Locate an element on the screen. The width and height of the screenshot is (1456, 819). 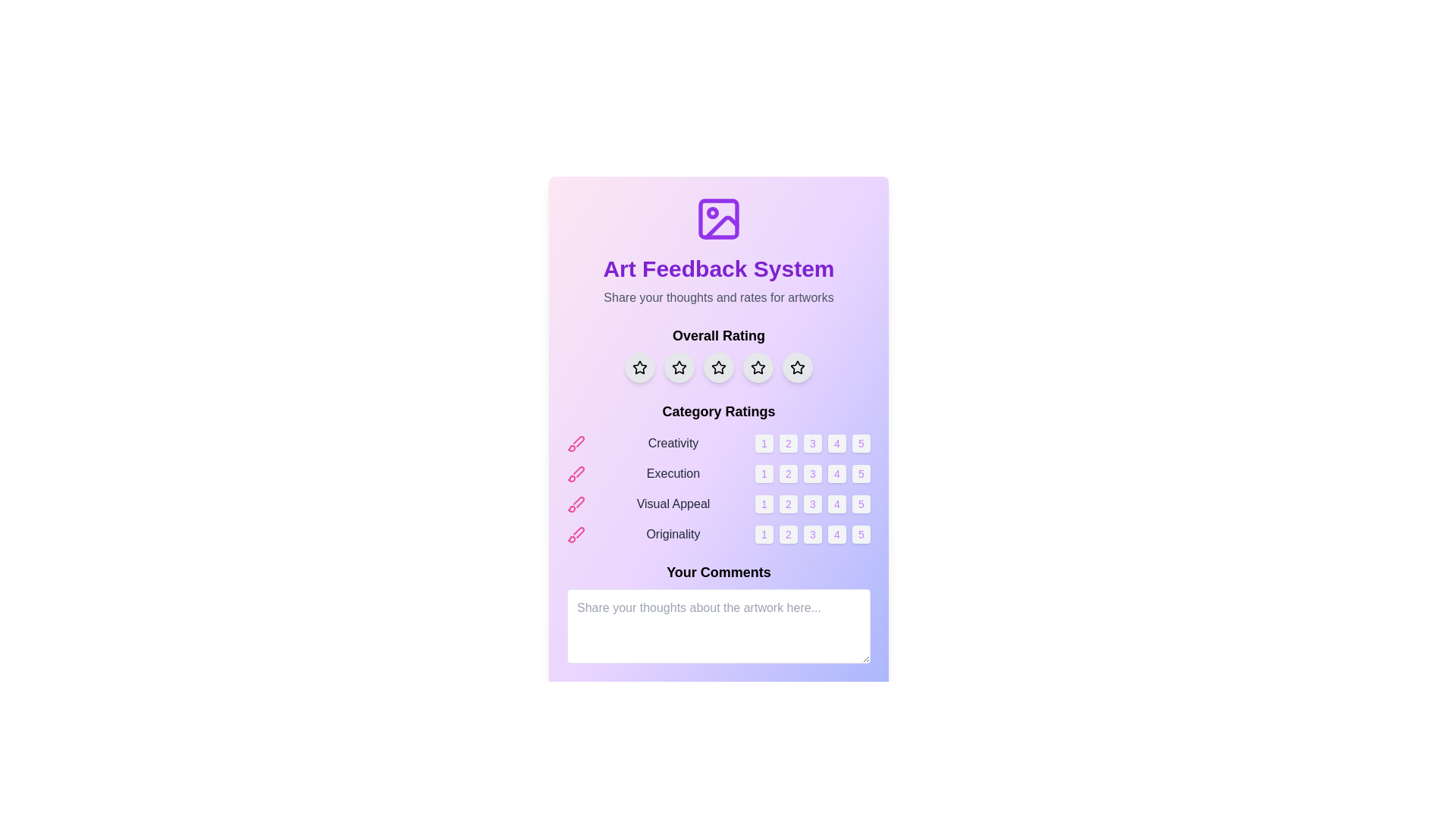
the fifth star icon in the rating scale under the 'Overall Rating' section is located at coordinates (796, 368).